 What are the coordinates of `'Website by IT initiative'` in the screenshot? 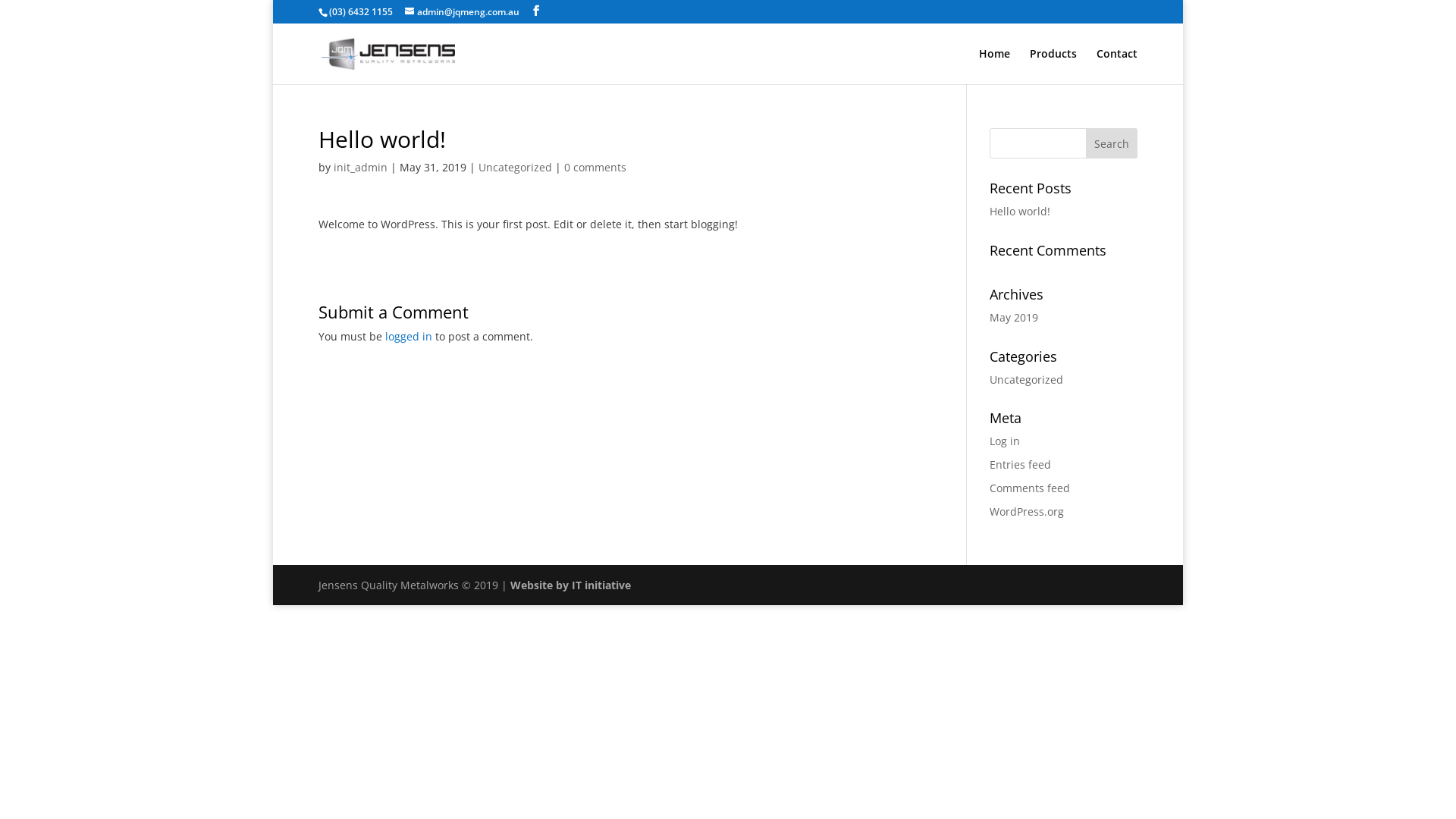 It's located at (510, 584).